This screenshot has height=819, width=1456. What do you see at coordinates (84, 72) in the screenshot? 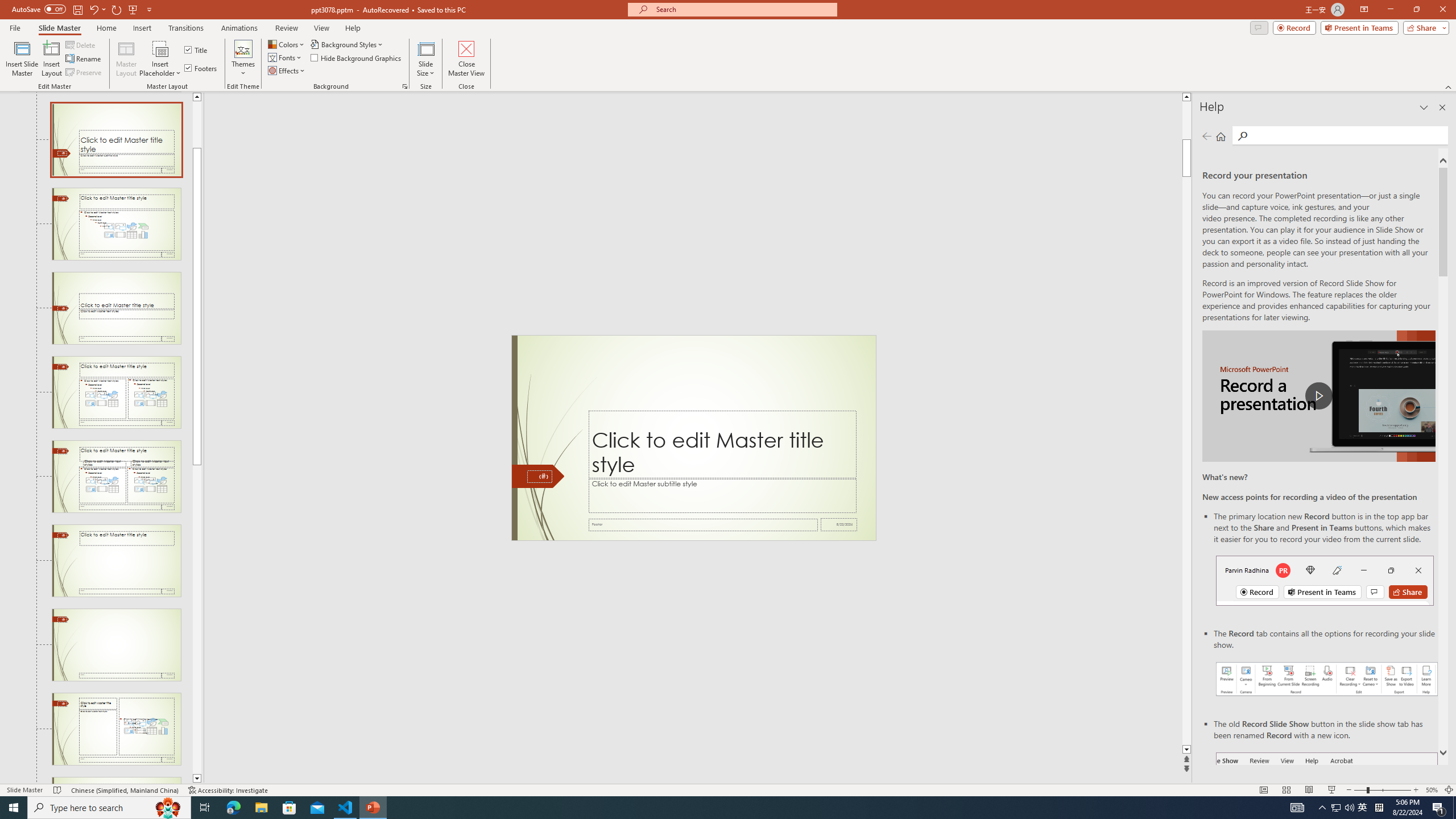
I see `'Preserve'` at bounding box center [84, 72].